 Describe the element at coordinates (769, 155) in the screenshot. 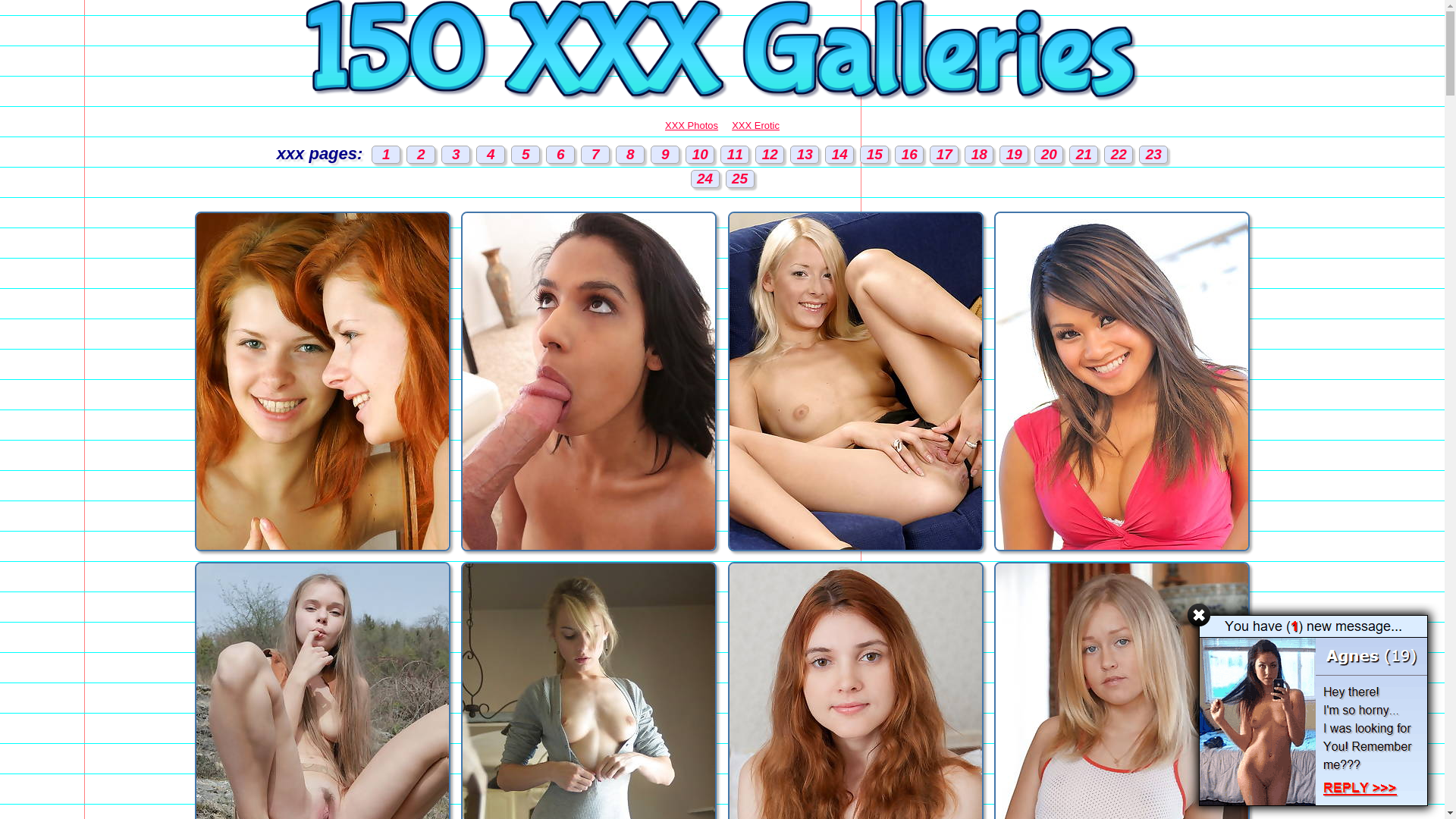

I see `'12'` at that location.